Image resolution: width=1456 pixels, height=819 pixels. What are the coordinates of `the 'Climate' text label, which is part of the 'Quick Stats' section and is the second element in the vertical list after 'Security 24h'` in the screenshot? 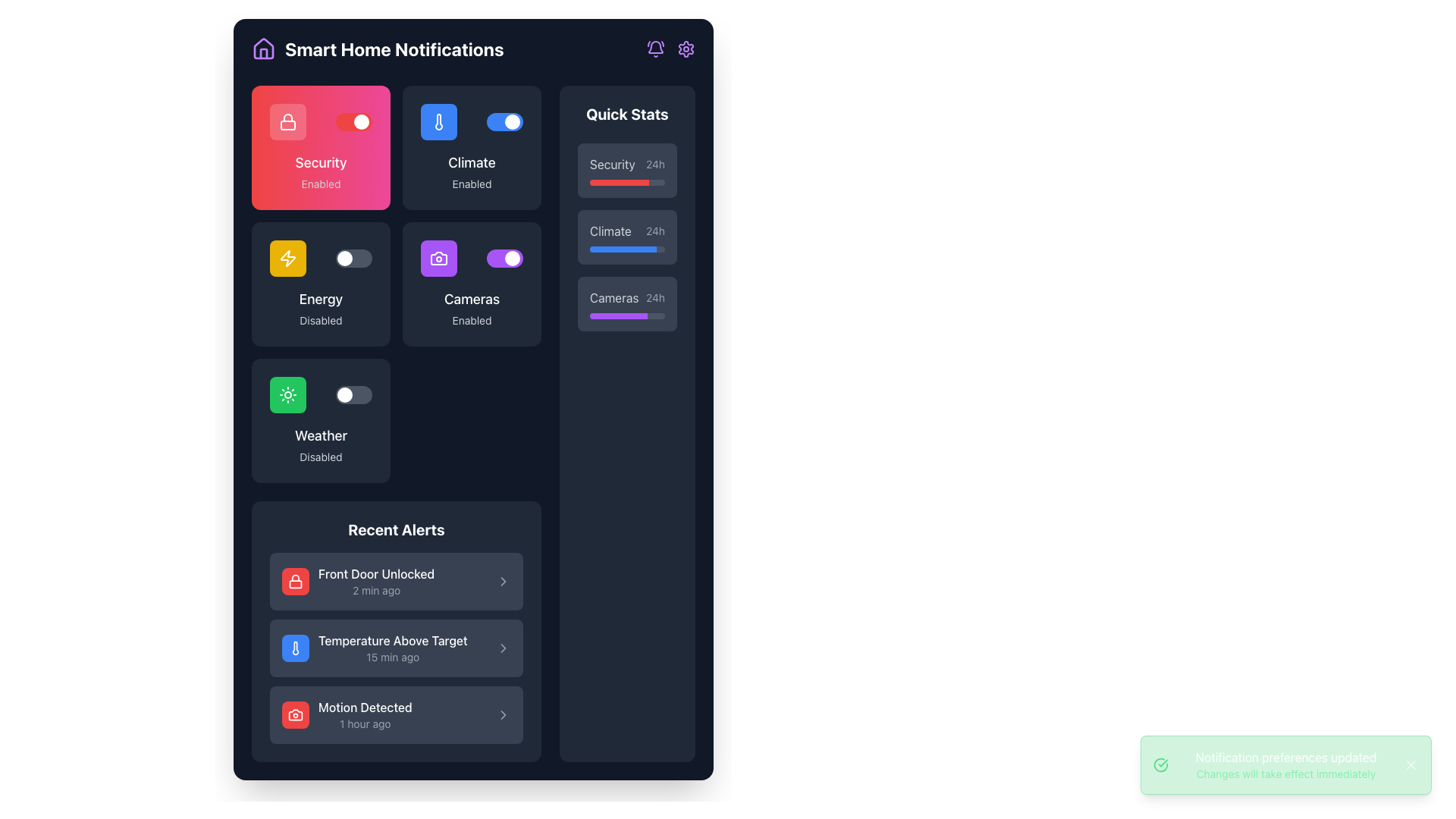 It's located at (627, 231).